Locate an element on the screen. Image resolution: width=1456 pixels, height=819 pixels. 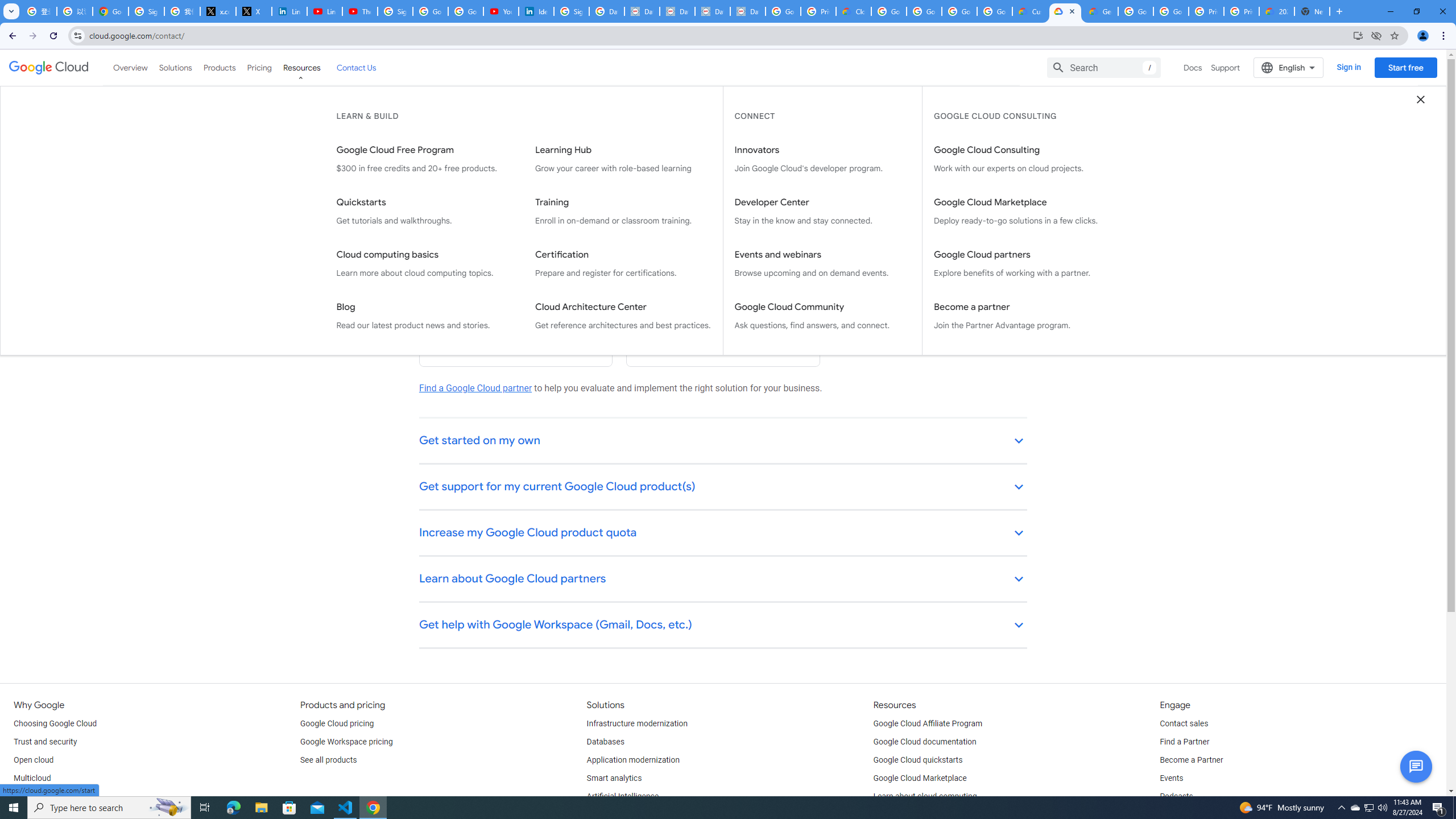
'Choosing Google Cloud' is located at coordinates (55, 723).